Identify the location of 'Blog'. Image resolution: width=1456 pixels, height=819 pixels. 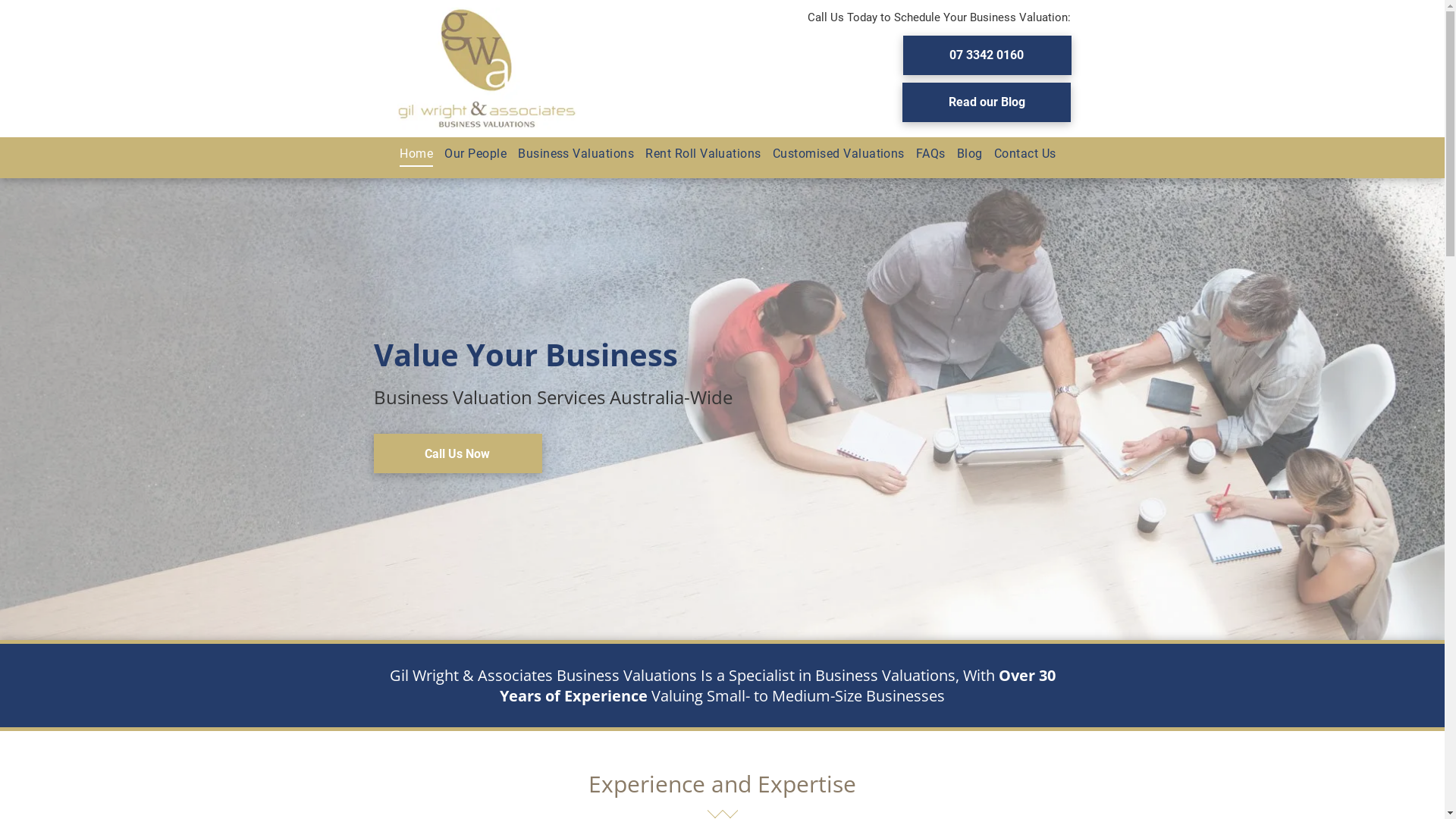
(963, 154).